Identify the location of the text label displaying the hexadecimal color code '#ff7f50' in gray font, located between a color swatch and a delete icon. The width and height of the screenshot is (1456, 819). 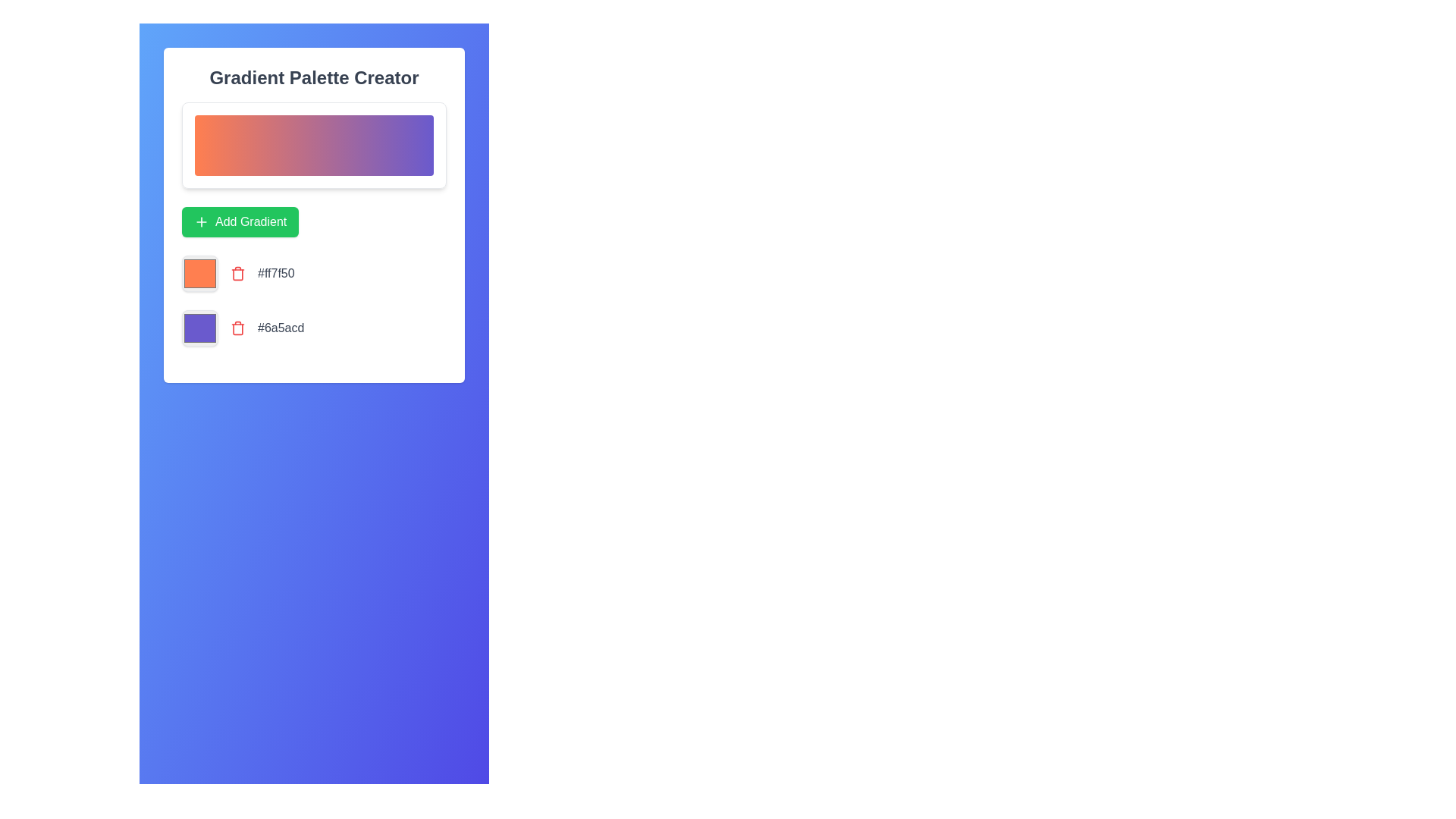
(276, 274).